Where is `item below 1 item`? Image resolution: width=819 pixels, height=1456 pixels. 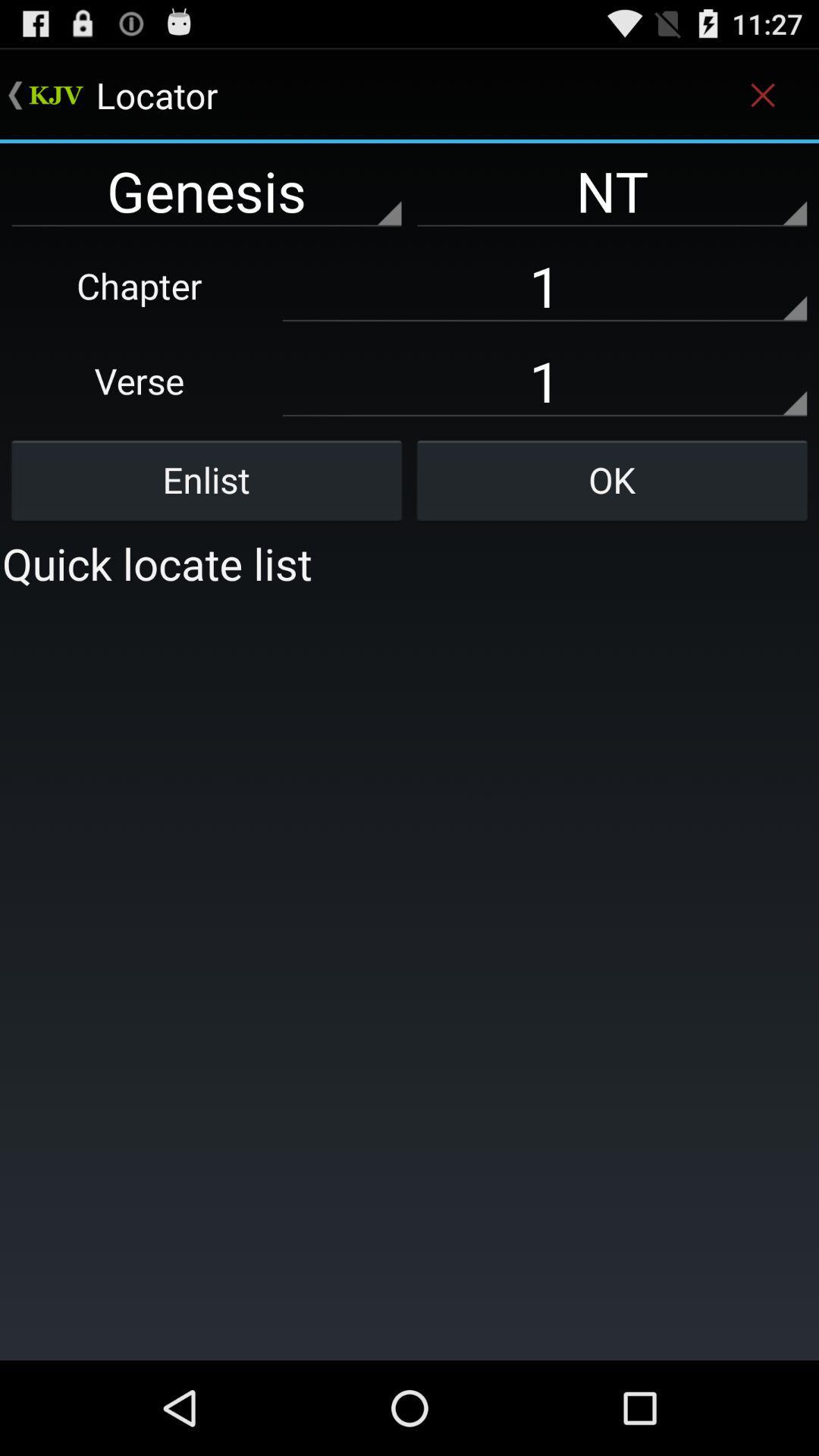 item below 1 item is located at coordinates (611, 479).